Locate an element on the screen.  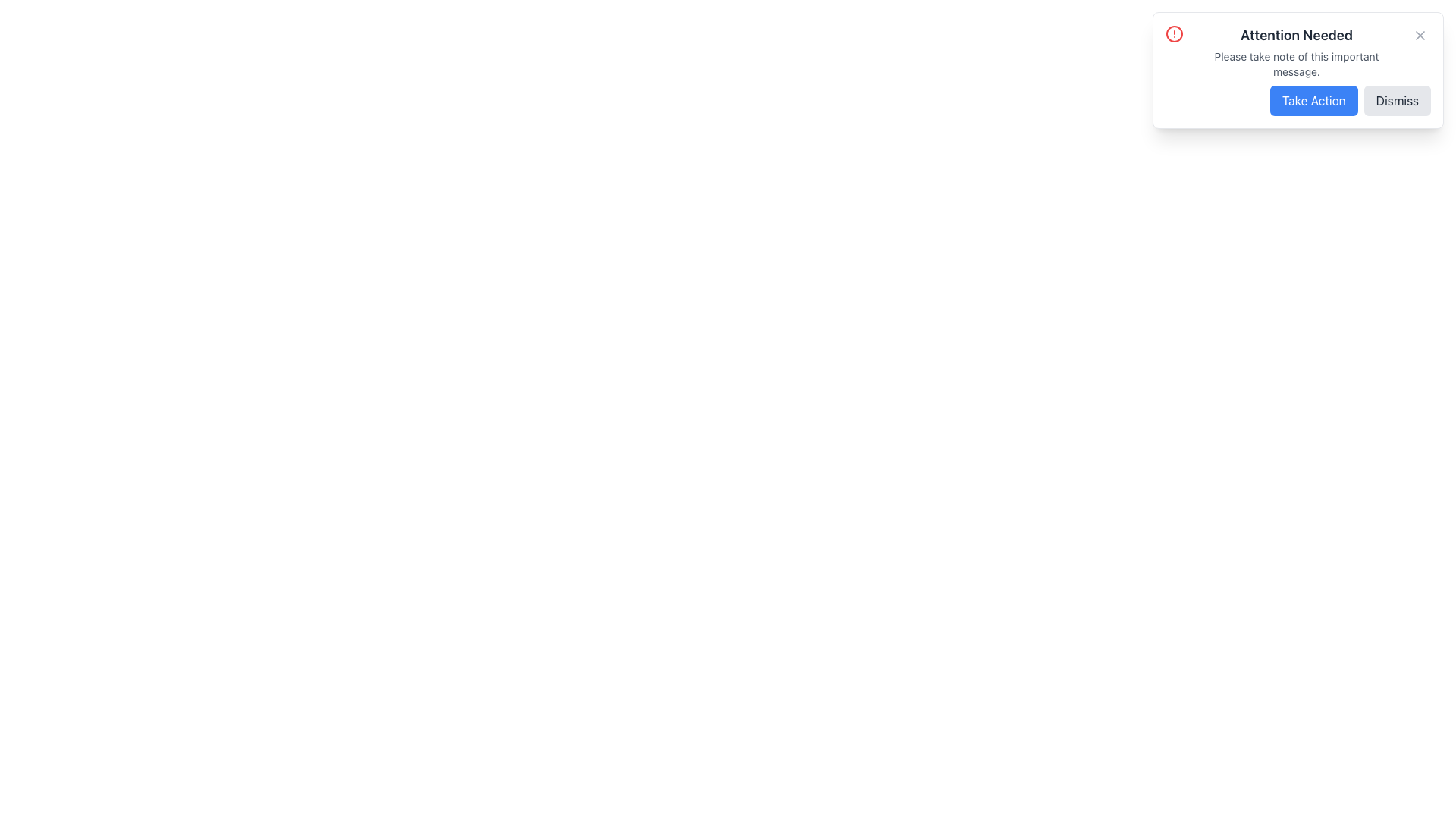
the text label that displays 'Attention Needed', which is bold and larger than the explanatory text below it is located at coordinates (1295, 34).